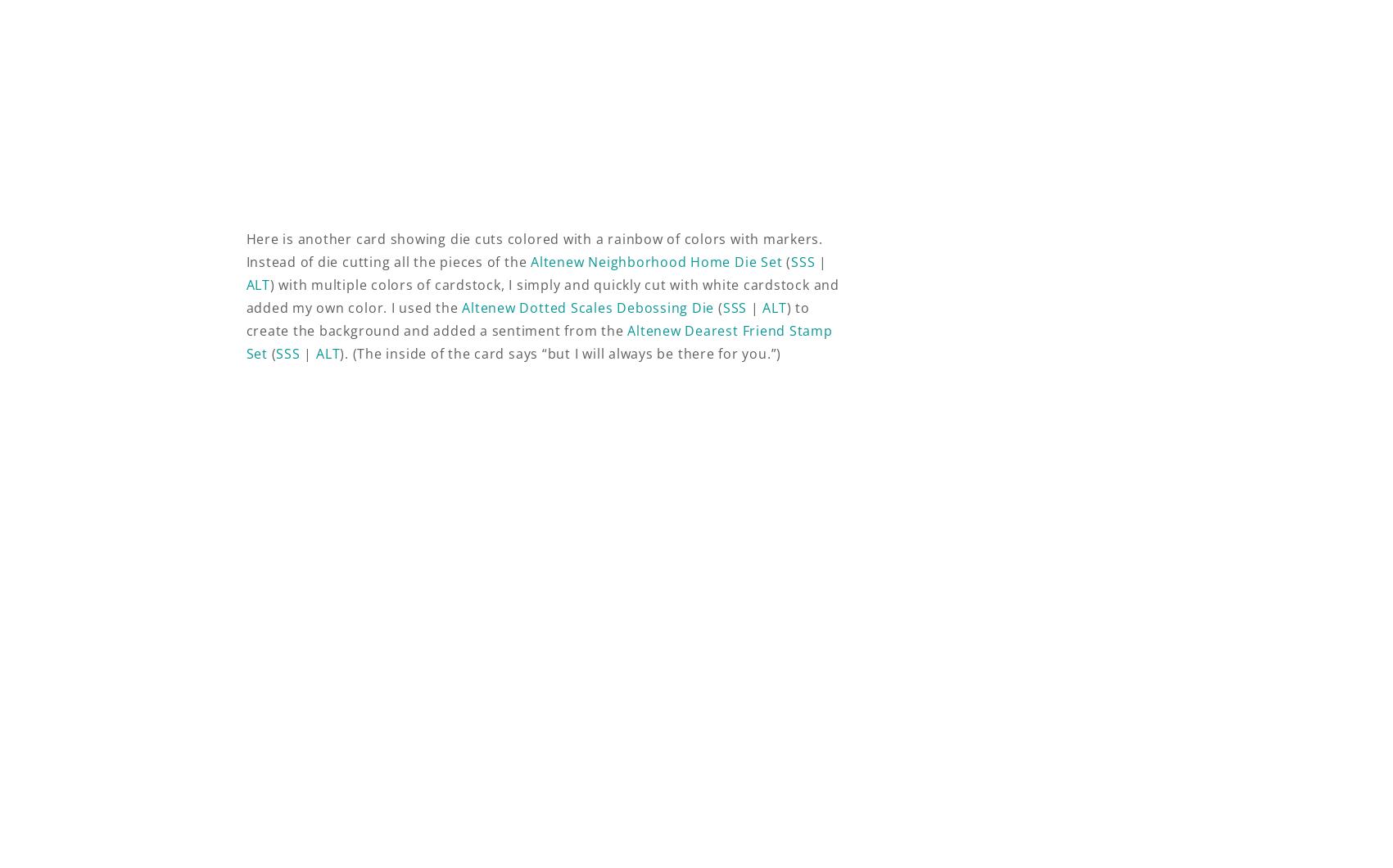  Describe the element at coordinates (559, 352) in the screenshot. I see `'). (The inside of the card says “but I will always be there for you.”)'` at that location.